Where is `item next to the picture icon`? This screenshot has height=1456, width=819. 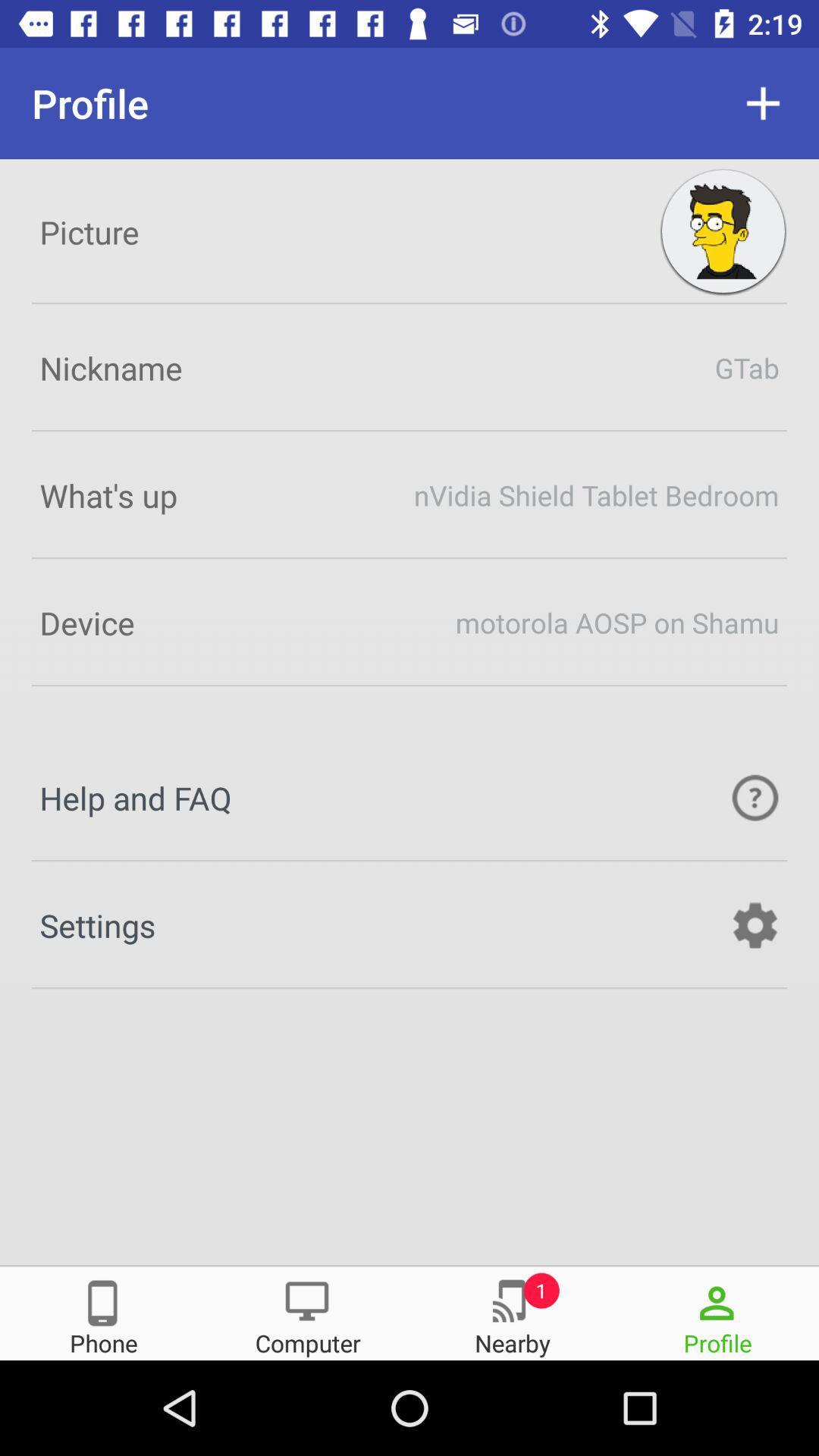
item next to the picture icon is located at coordinates (722, 231).